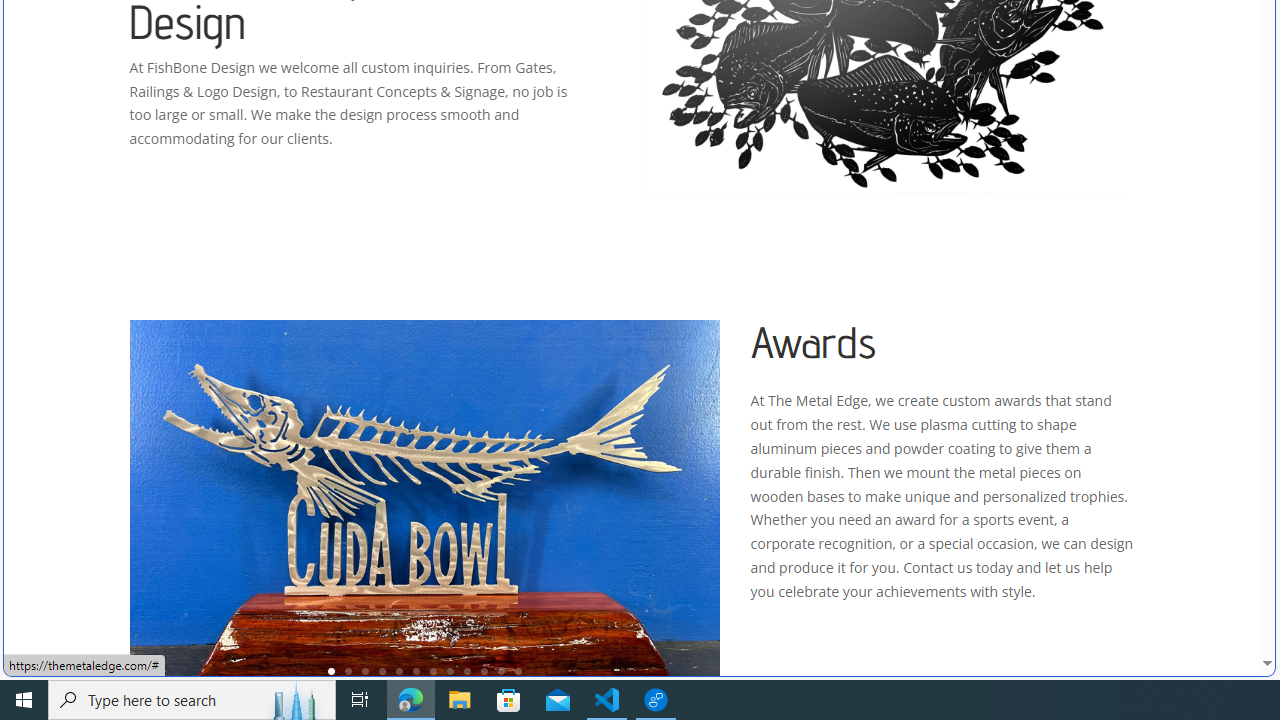  I want to click on '8', so click(449, 671).